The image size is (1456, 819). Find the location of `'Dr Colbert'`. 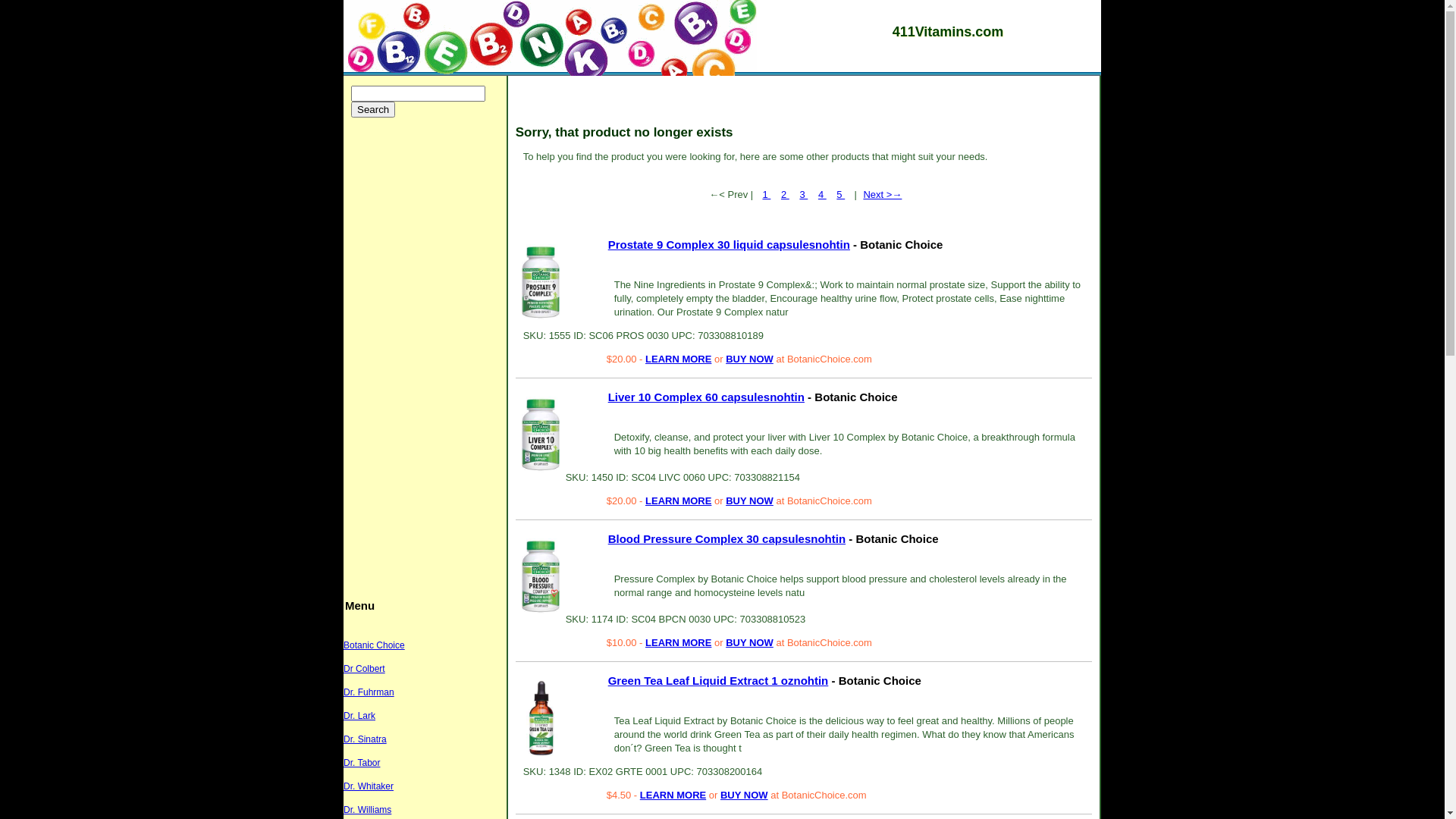

'Dr Colbert' is located at coordinates (364, 668).